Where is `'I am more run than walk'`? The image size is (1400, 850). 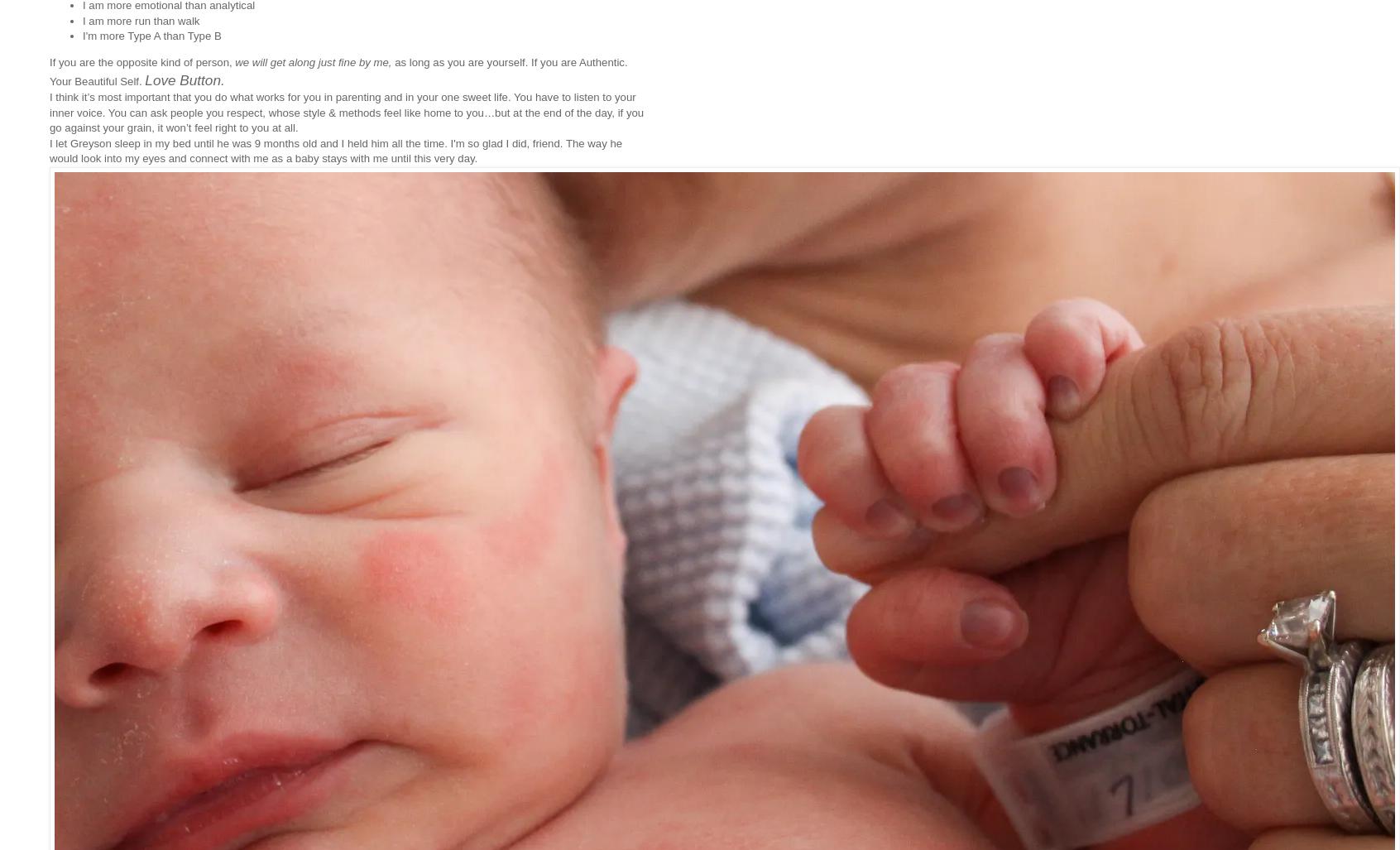
'I am more run than walk' is located at coordinates (140, 20).